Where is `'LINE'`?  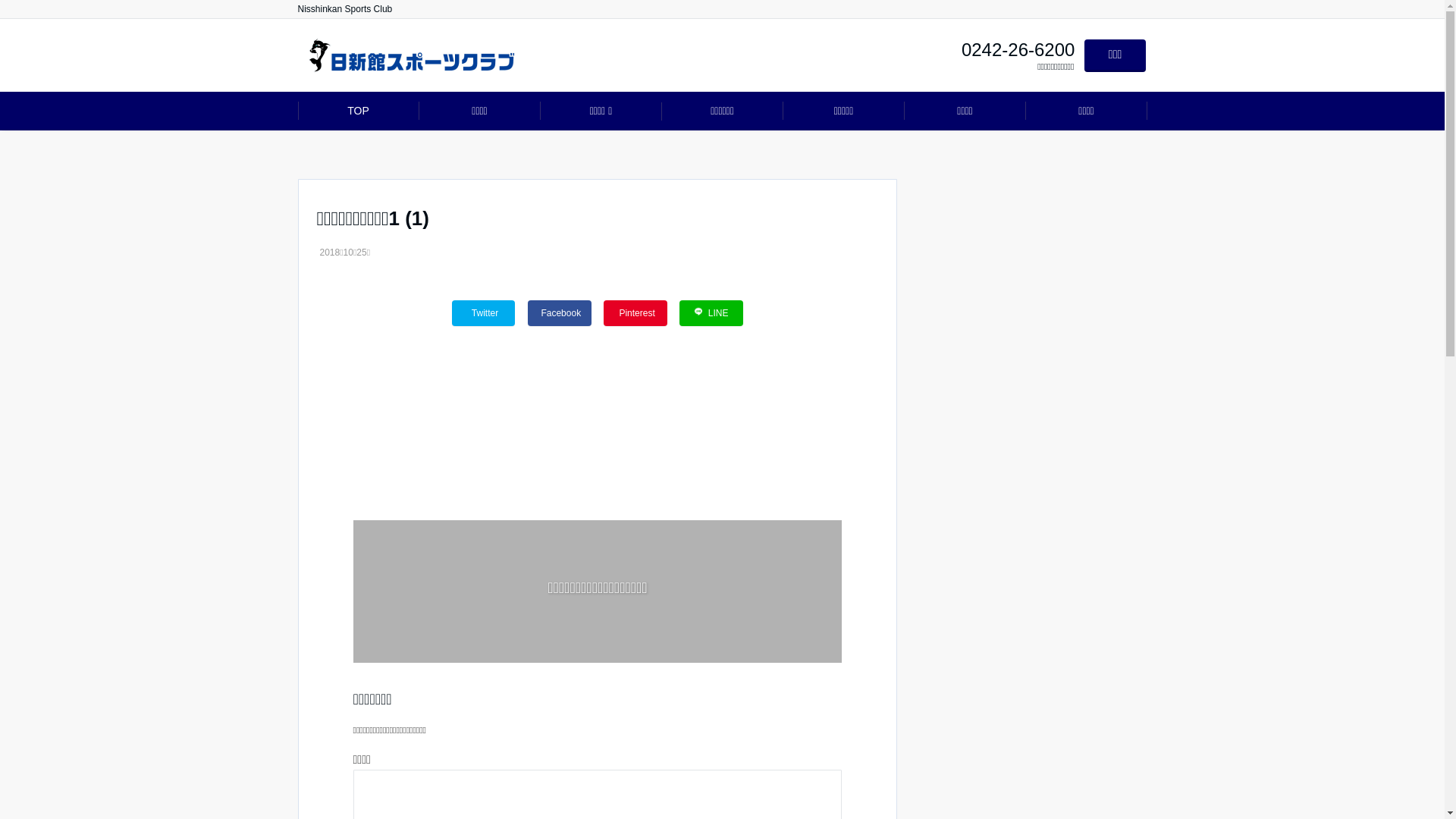 'LINE' is located at coordinates (679, 312).